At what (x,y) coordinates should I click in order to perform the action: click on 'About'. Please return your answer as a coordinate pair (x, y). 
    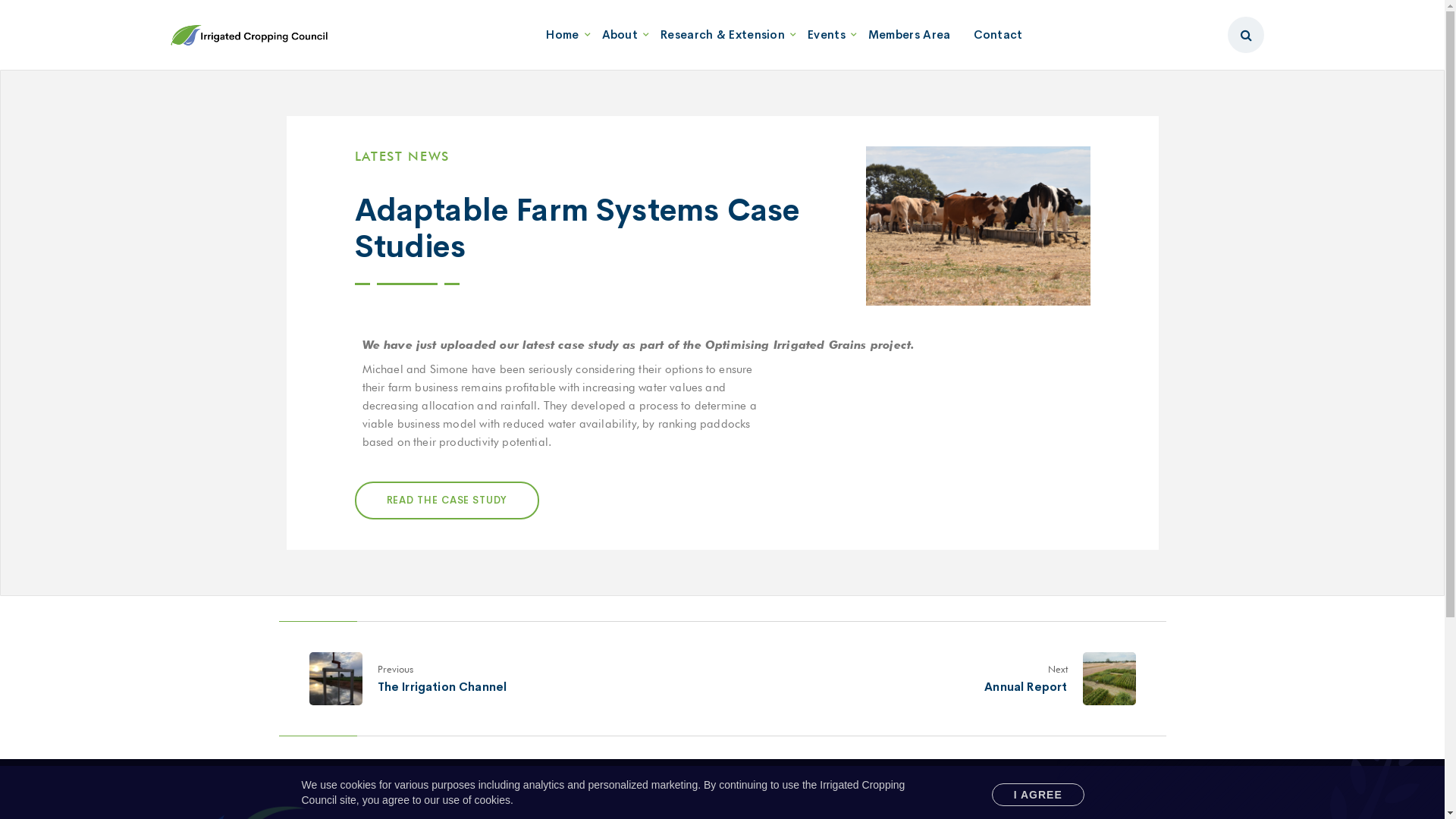
    Looking at the image, I should click on (620, 34).